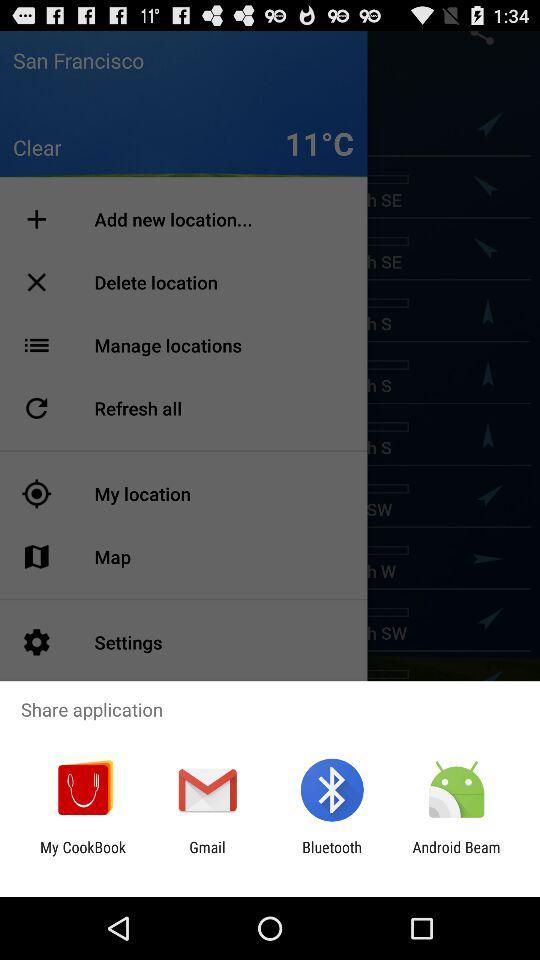  I want to click on item to the left of the gmail icon, so click(82, 855).